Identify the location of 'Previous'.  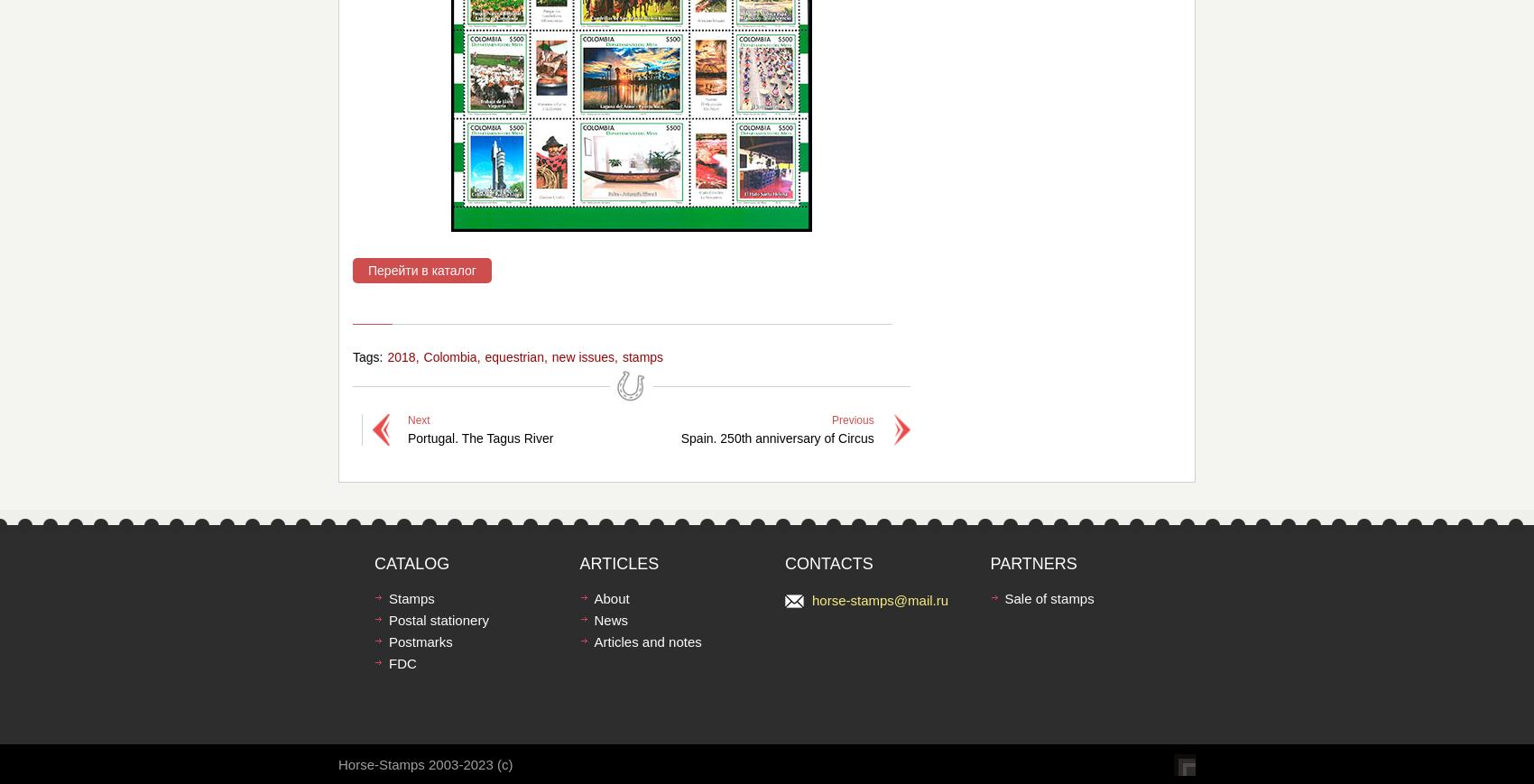
(853, 420).